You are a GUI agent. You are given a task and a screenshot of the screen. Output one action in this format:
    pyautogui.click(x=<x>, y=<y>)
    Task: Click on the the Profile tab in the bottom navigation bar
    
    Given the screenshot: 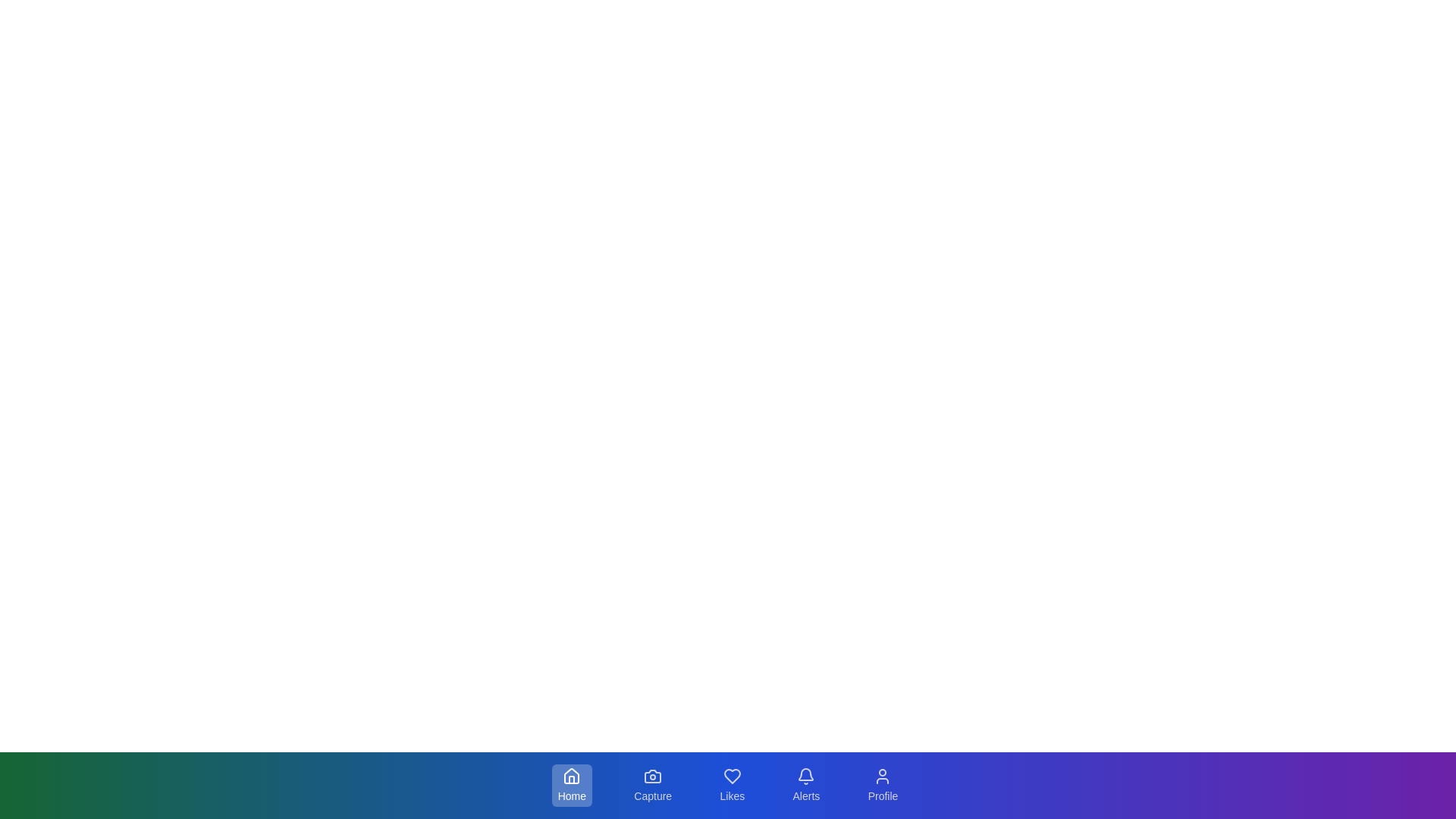 What is the action you would take?
    pyautogui.click(x=882, y=785)
    